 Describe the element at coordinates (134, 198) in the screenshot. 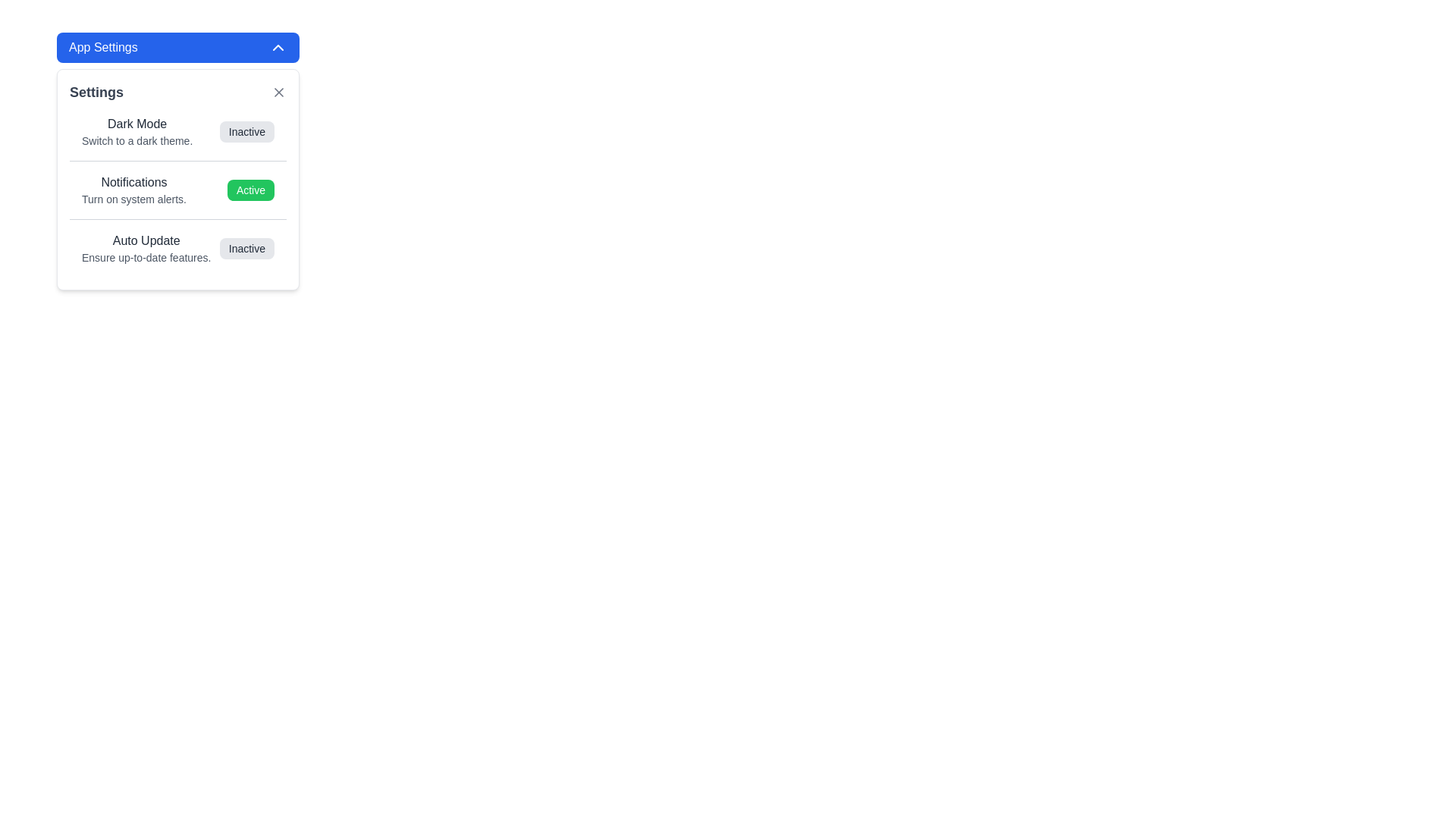

I see `the text label providing information about turning on system alerts in the 'Notifications' section, located below the 'Notifications' title and above the 'Active' button` at that location.